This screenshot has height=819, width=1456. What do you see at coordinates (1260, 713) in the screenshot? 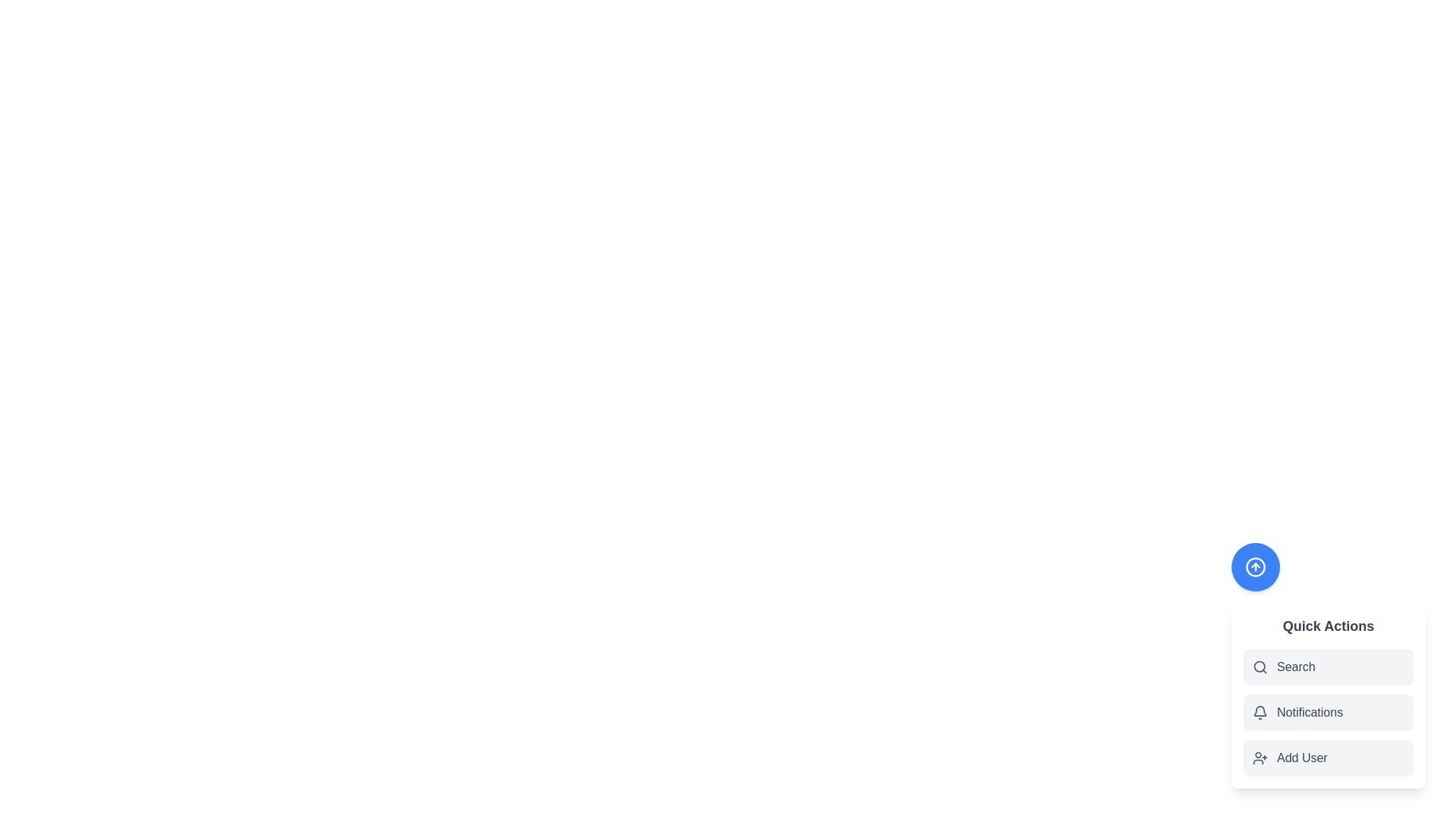
I see `the gray bell icon located to the left of the 'Notifications' text in the quick actions menu` at bounding box center [1260, 713].